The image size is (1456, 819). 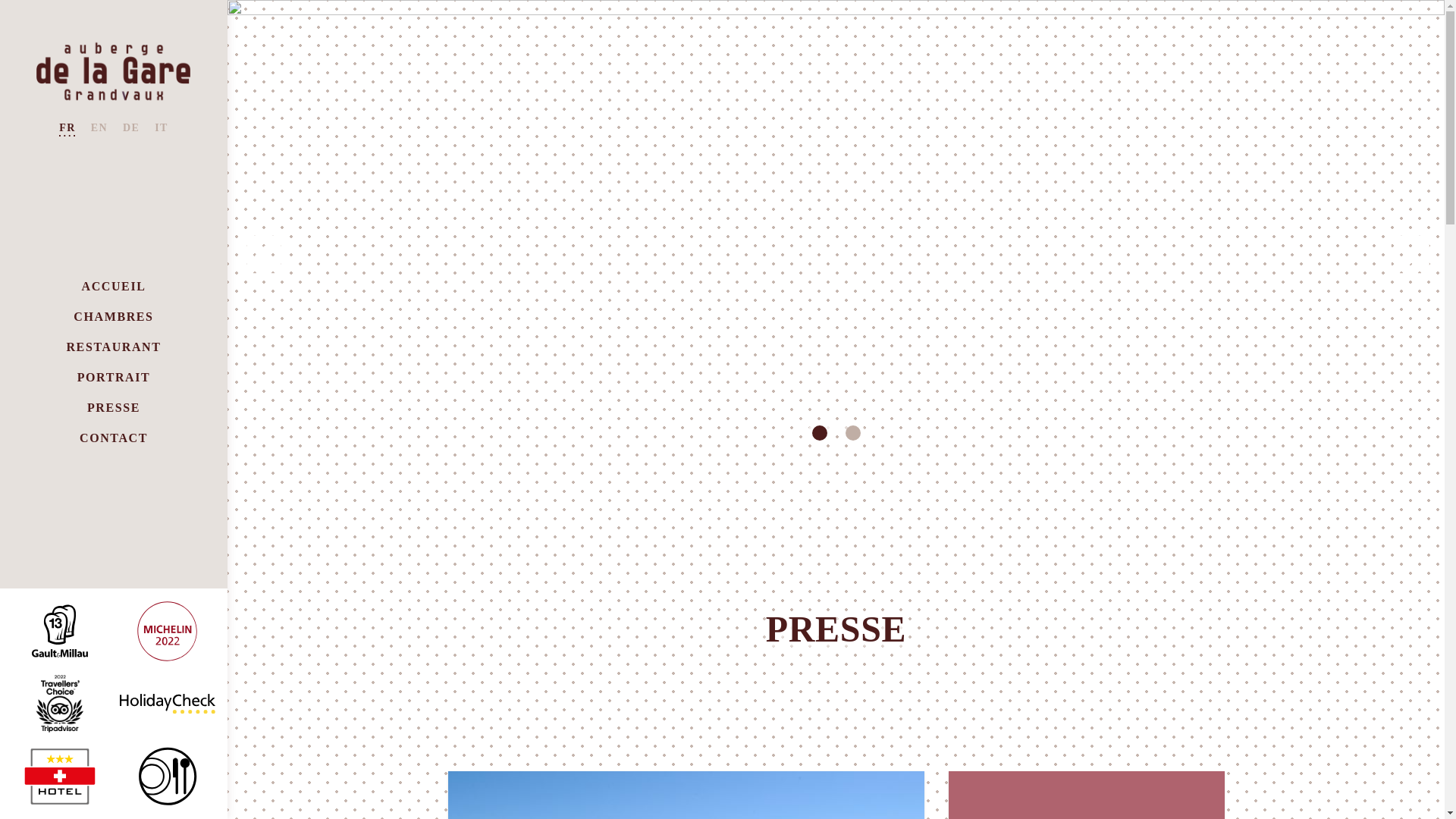 What do you see at coordinates (112, 316) in the screenshot?
I see `'CHAMBRES'` at bounding box center [112, 316].